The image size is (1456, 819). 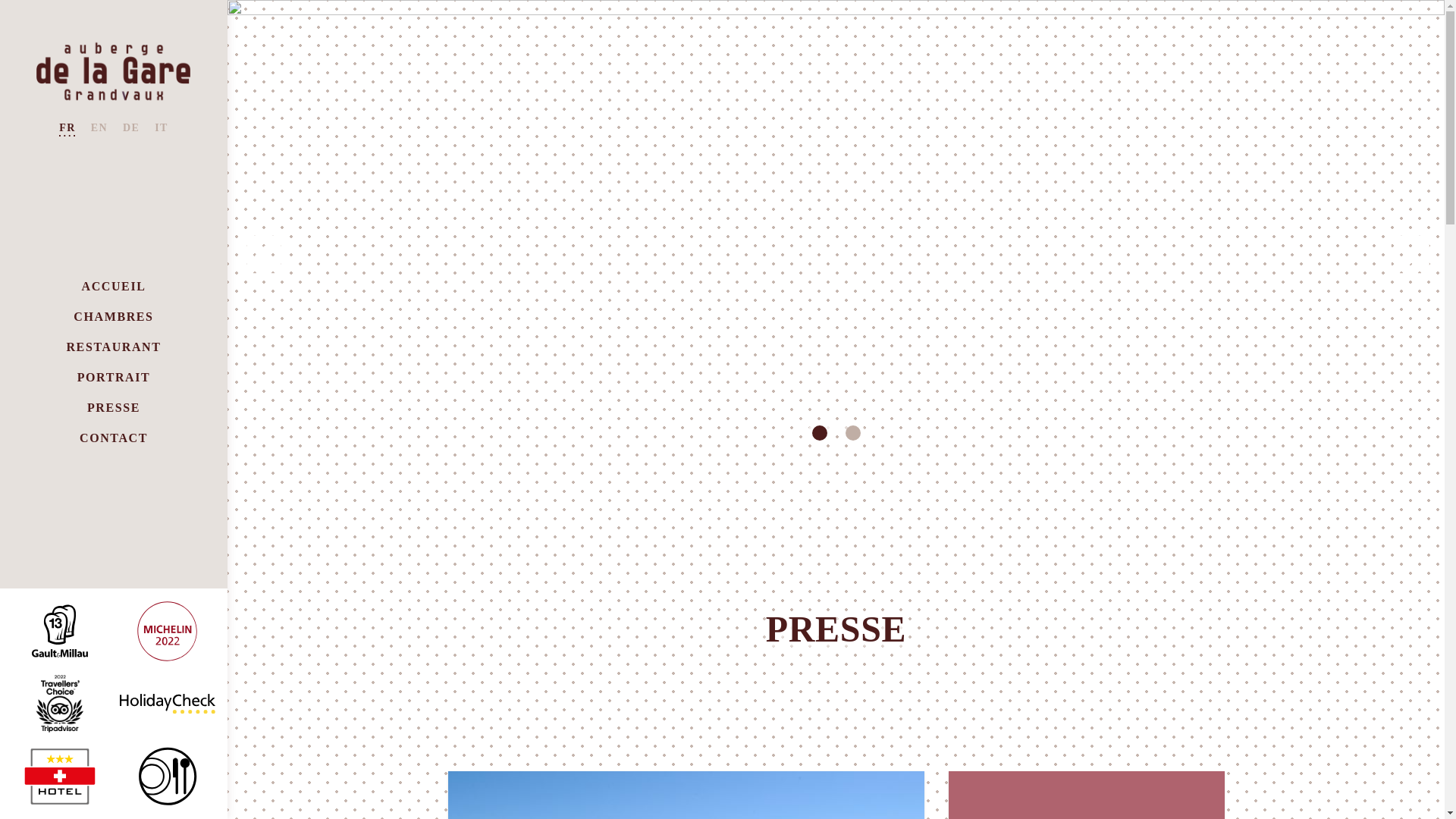 What do you see at coordinates (112, 316) in the screenshot?
I see `'CHAMBRES'` at bounding box center [112, 316].